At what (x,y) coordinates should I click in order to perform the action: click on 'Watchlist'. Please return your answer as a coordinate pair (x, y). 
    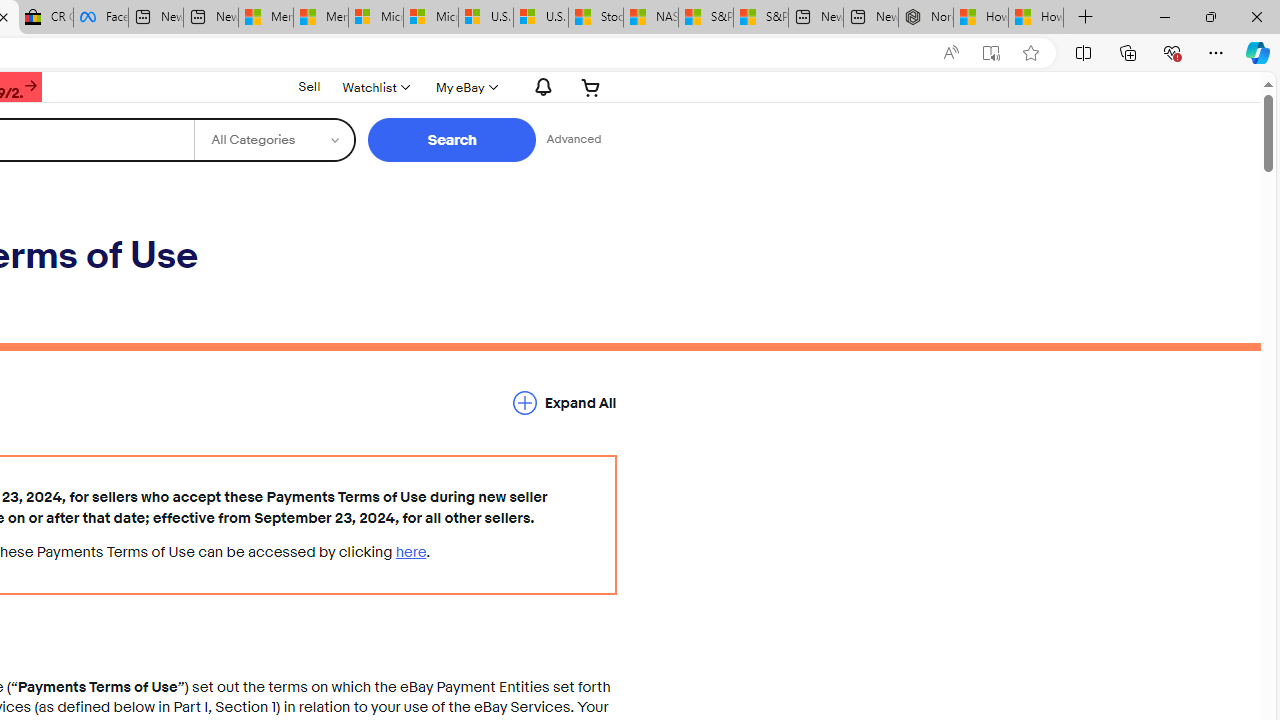
    Looking at the image, I should click on (375, 86).